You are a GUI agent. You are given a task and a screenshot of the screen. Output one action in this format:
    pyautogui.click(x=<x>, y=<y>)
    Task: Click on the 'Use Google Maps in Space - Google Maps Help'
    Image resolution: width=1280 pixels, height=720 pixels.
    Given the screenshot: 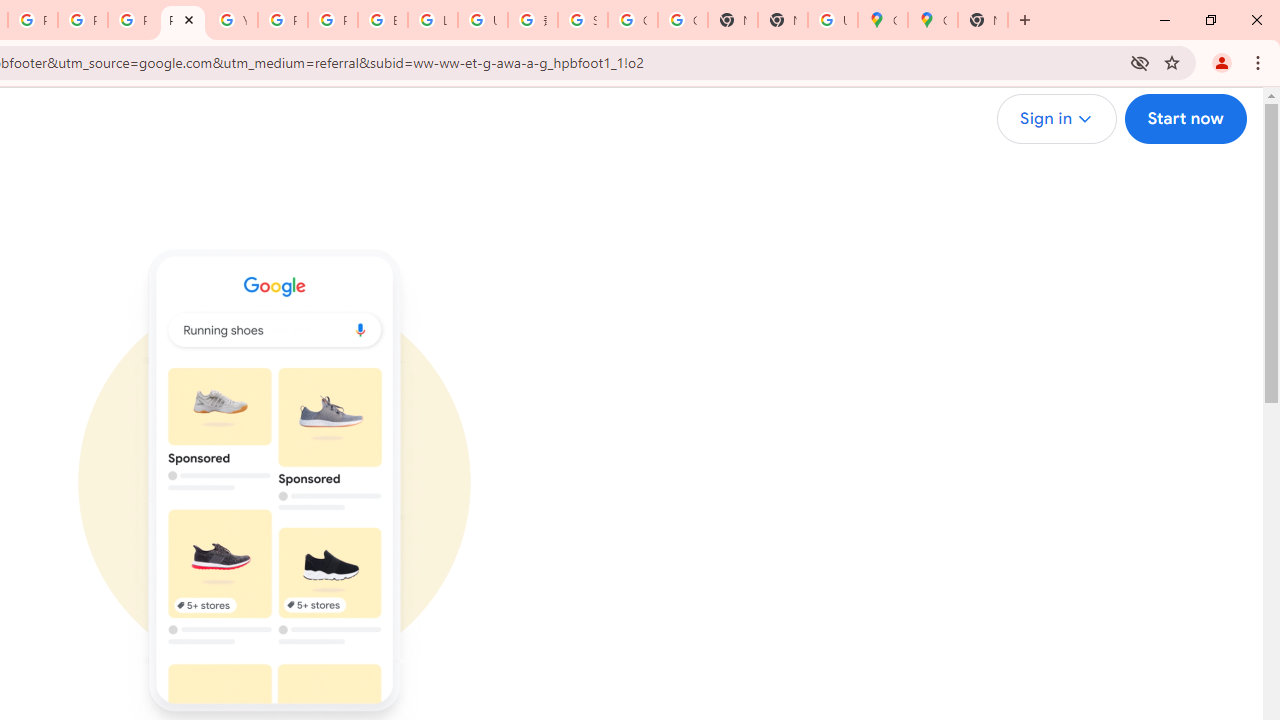 What is the action you would take?
    pyautogui.click(x=832, y=20)
    